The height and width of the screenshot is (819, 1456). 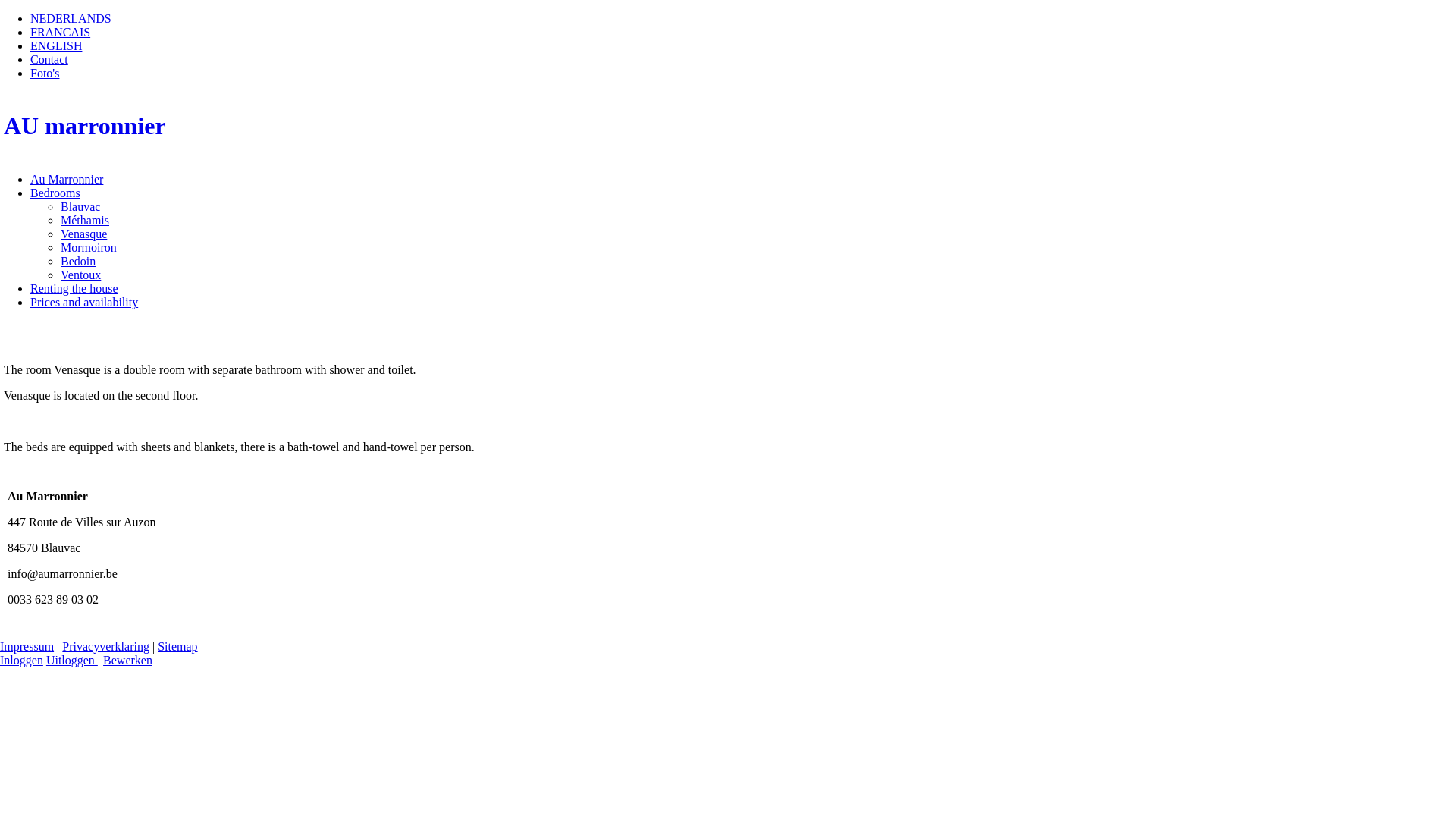 What do you see at coordinates (728, 125) in the screenshot?
I see `'AU marronnier'` at bounding box center [728, 125].